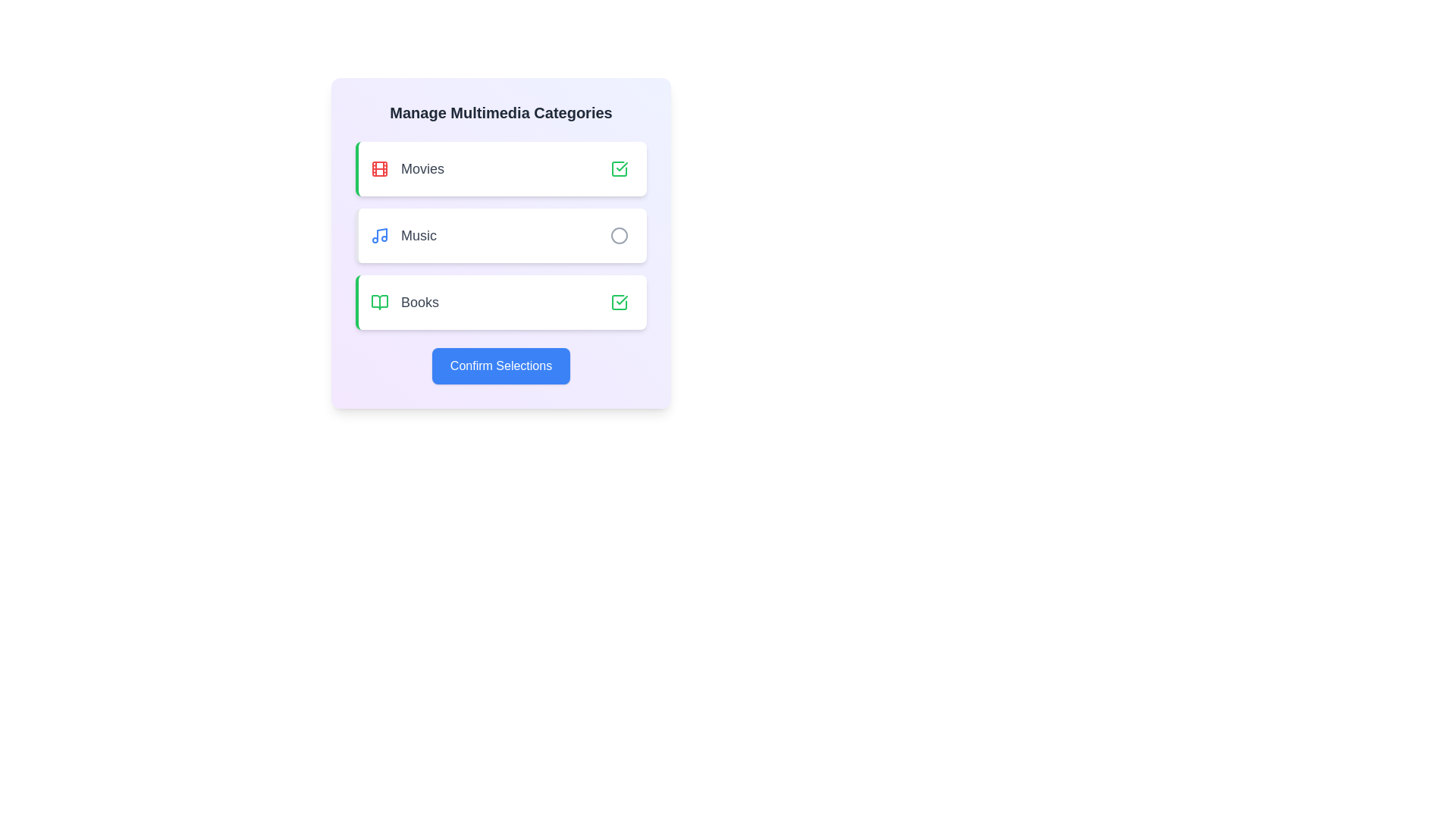 The width and height of the screenshot is (1456, 819). What do you see at coordinates (501, 236) in the screenshot?
I see `the category Music to inspect its icon and text` at bounding box center [501, 236].